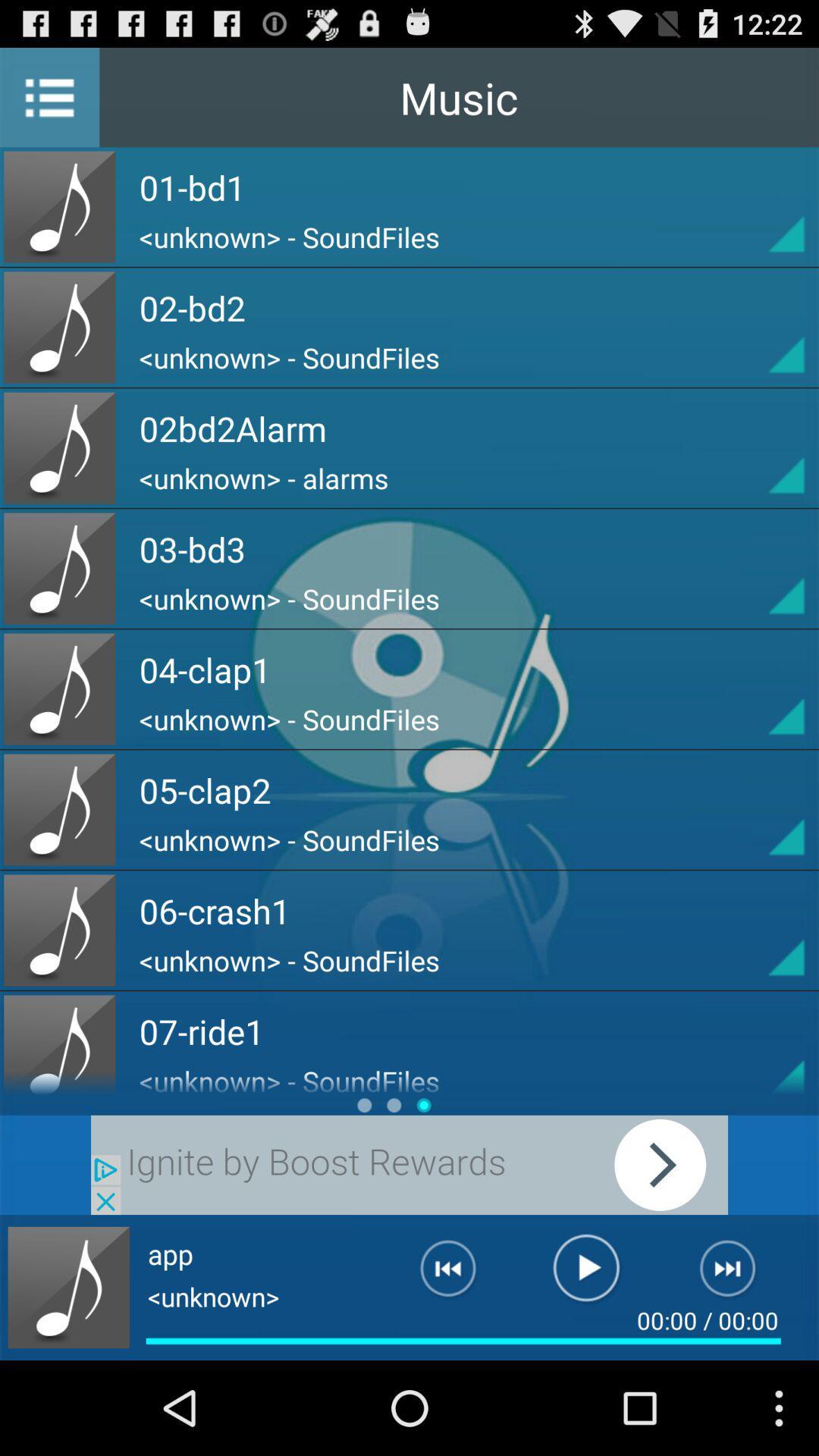  I want to click on music, so click(585, 1274).